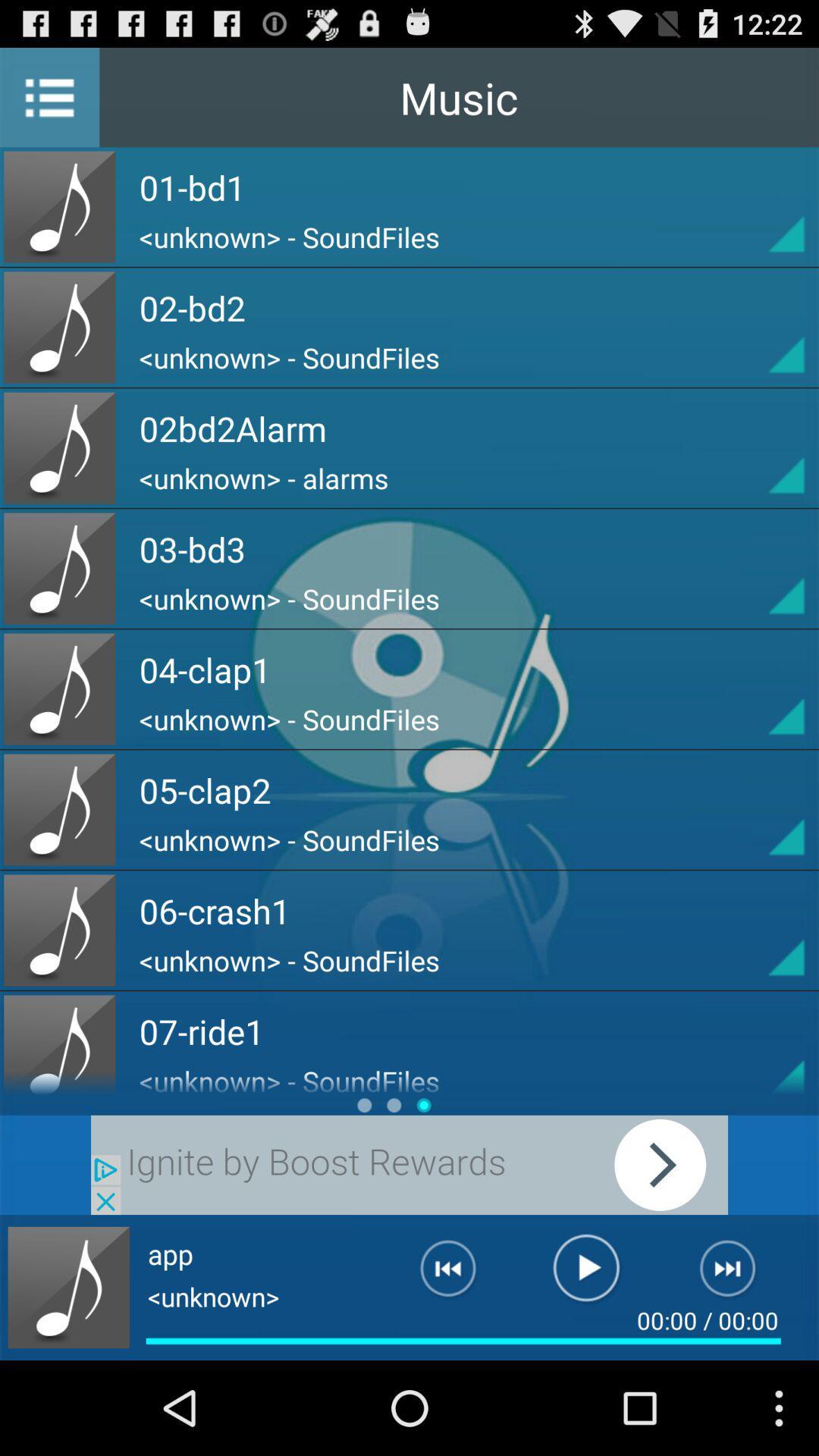  I want to click on music, so click(585, 1274).